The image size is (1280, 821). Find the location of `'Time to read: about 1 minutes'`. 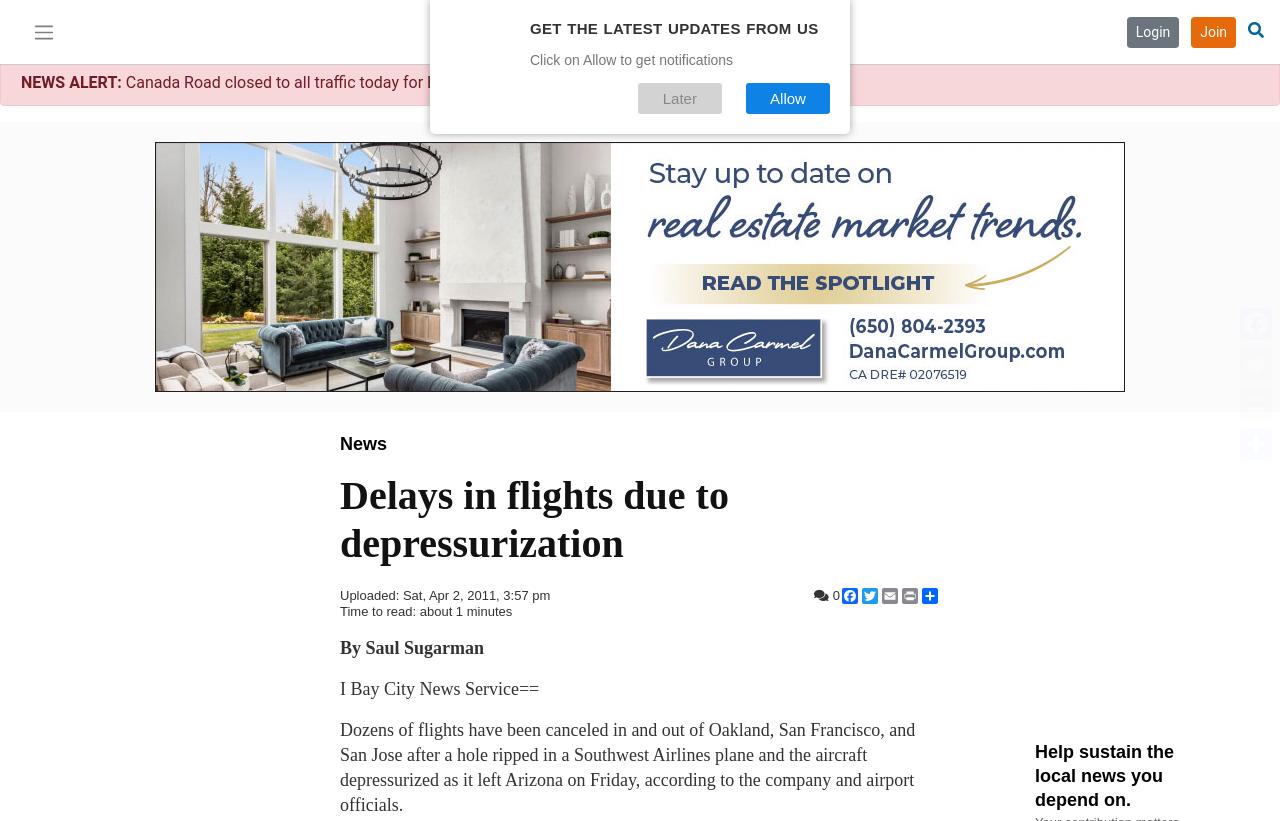

'Time to read: about 1 minutes' is located at coordinates (339, 611).